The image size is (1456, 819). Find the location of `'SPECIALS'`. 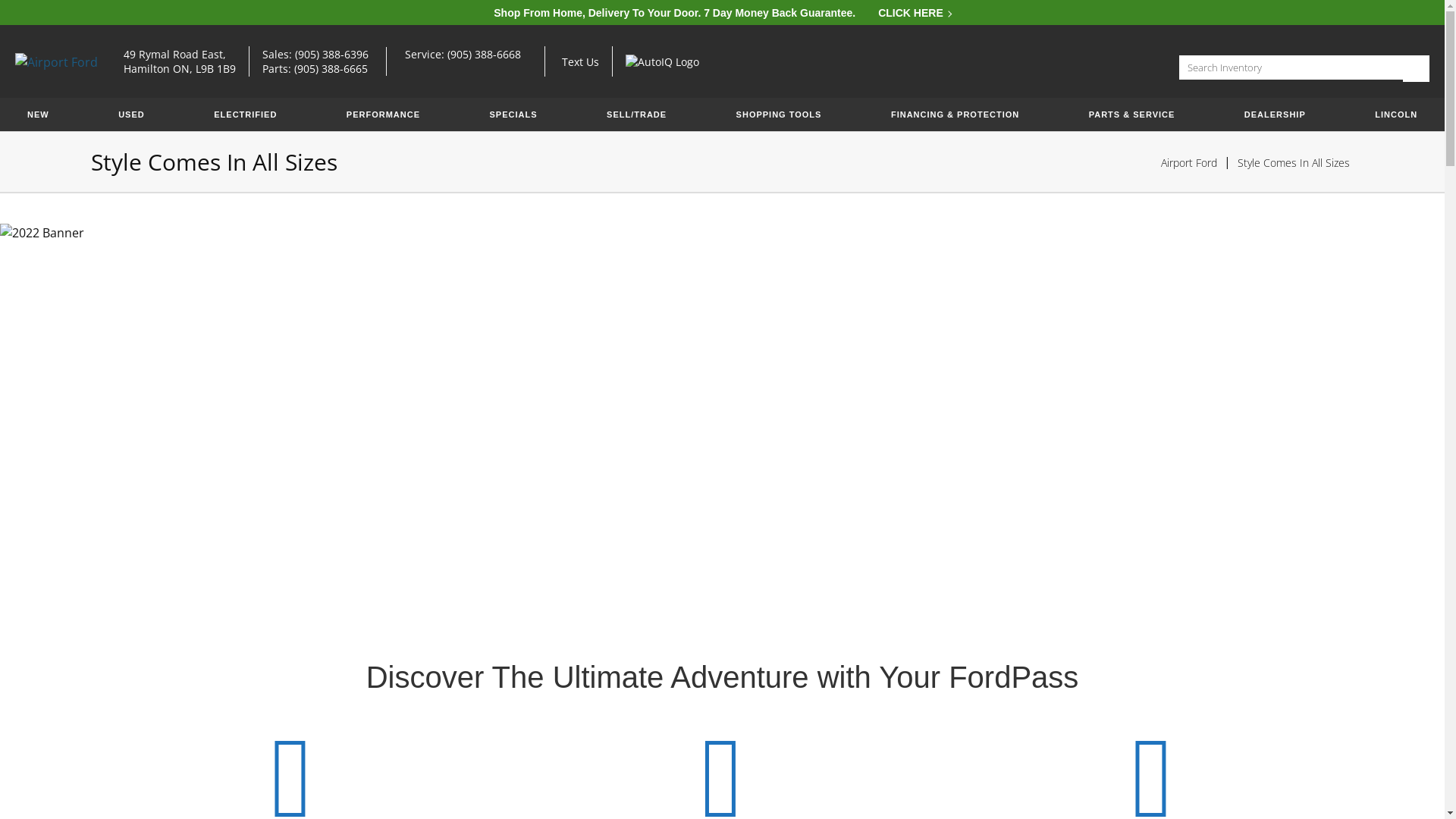

'SPECIALS' is located at coordinates (513, 114).